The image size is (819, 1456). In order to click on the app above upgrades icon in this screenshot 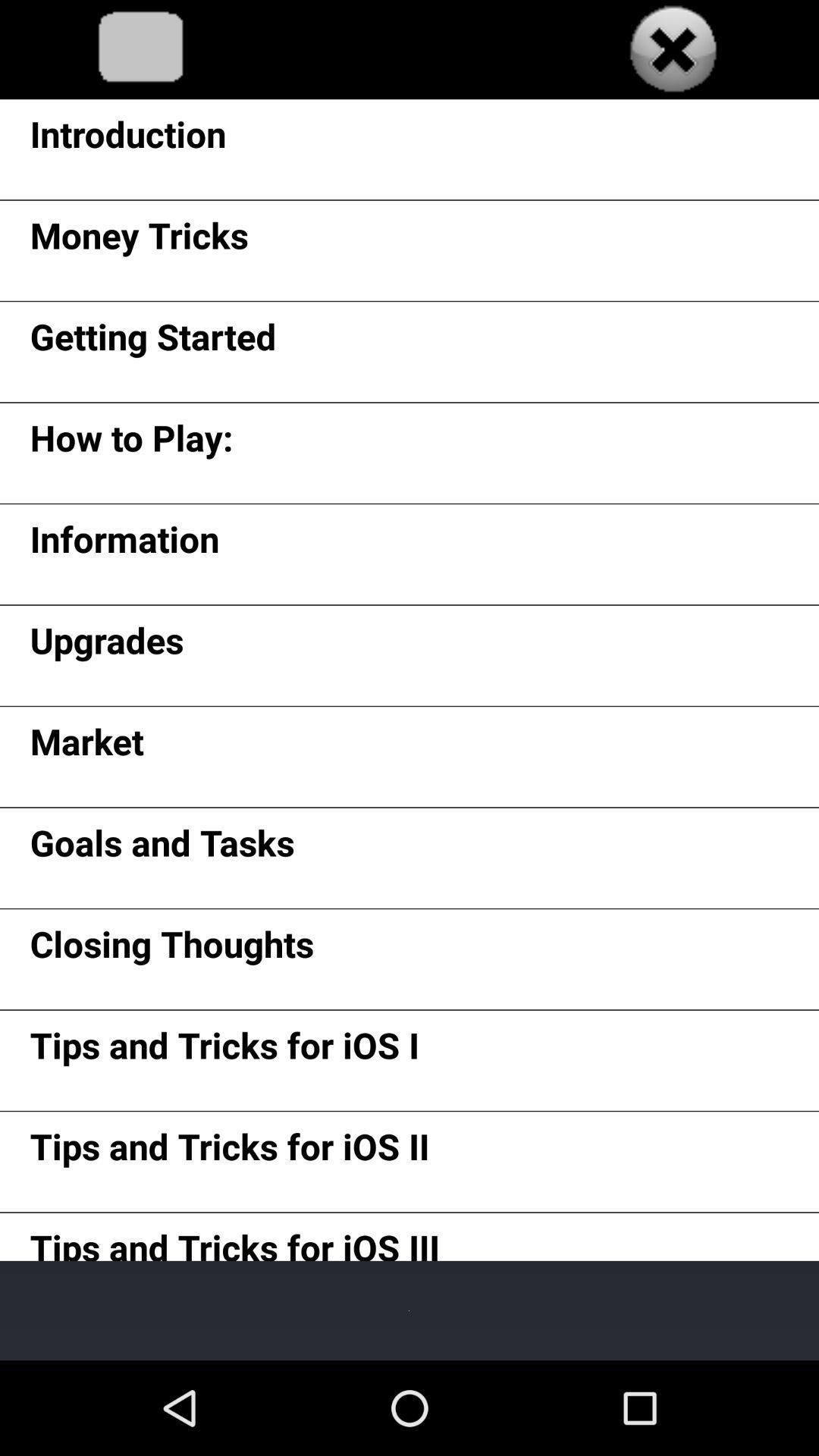, I will do `click(124, 544)`.